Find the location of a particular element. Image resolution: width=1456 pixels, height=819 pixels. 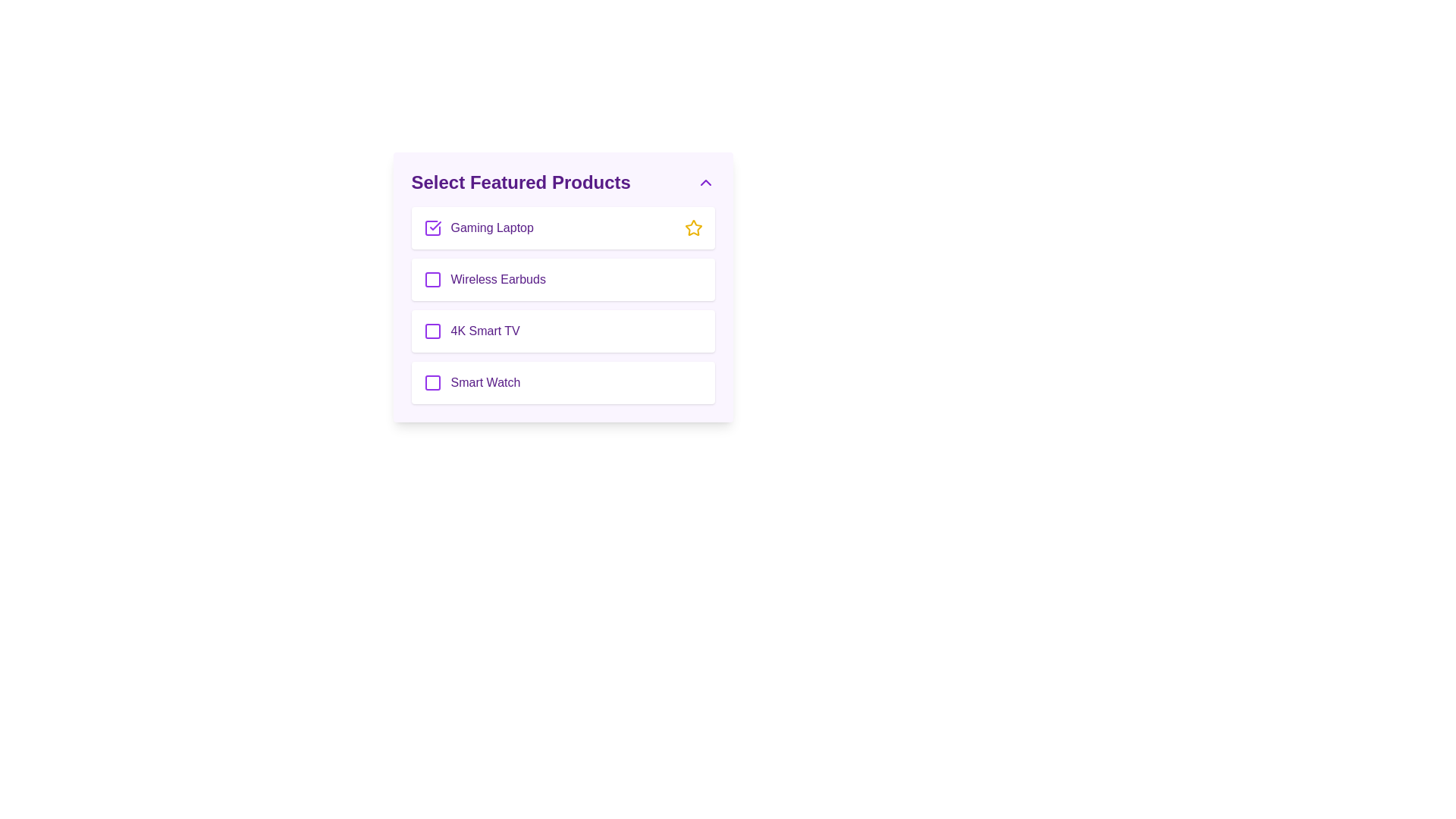

the 'Smart Watch' text label, which is displayed in purple with a medium font weight, positioned to the right of the checkbox icon in the fourth item of the list is located at coordinates (485, 382).